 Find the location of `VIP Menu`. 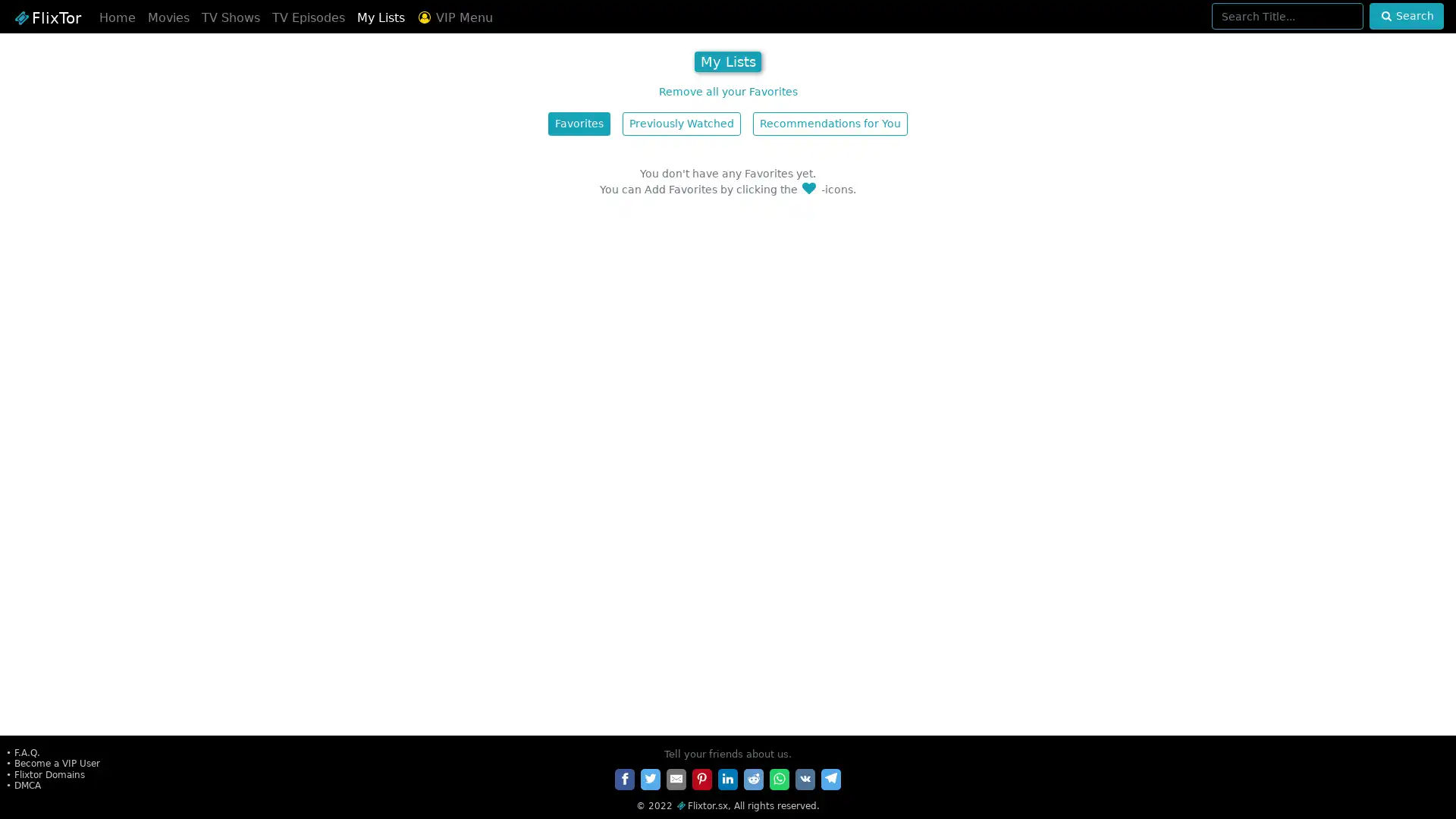

VIP Menu is located at coordinates (453, 17).